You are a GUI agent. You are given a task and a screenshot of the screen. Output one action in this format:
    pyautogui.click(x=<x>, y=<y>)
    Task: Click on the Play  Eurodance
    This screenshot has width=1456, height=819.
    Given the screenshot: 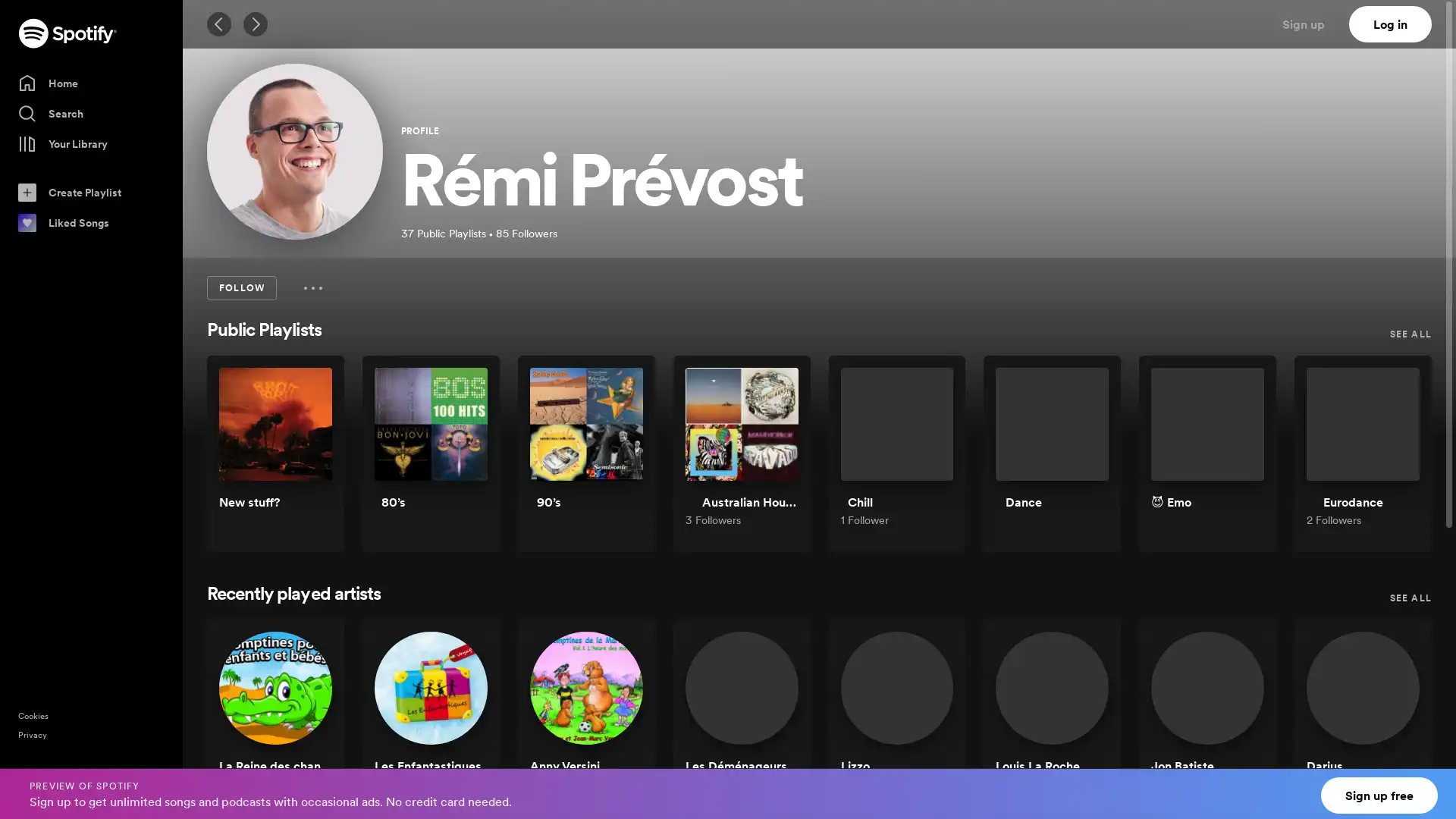 What is the action you would take?
    pyautogui.click(x=1395, y=461)
    